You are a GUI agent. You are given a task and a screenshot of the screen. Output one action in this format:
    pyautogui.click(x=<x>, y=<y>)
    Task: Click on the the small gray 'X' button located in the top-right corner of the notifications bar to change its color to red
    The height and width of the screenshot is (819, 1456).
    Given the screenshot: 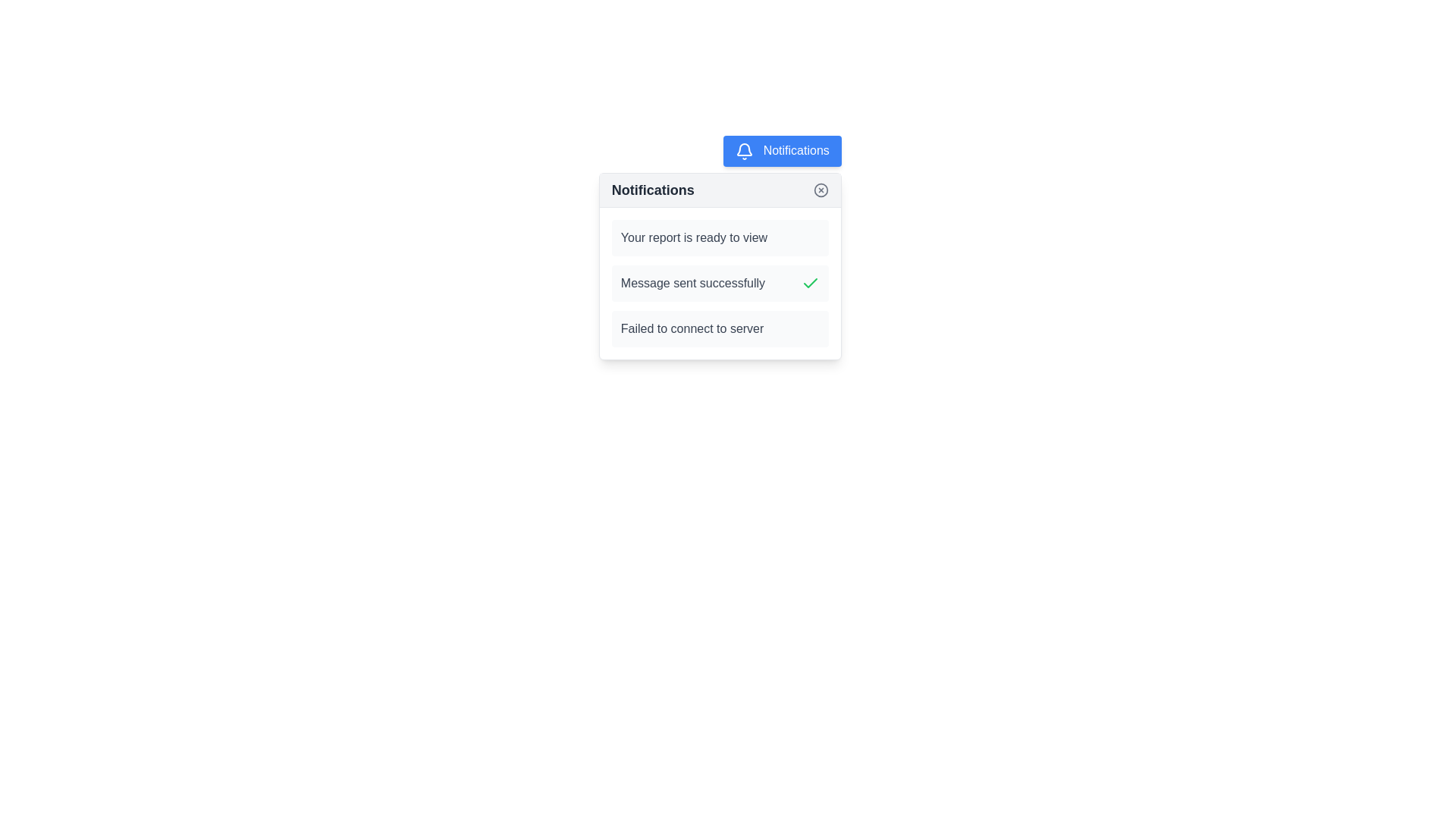 What is the action you would take?
    pyautogui.click(x=820, y=189)
    